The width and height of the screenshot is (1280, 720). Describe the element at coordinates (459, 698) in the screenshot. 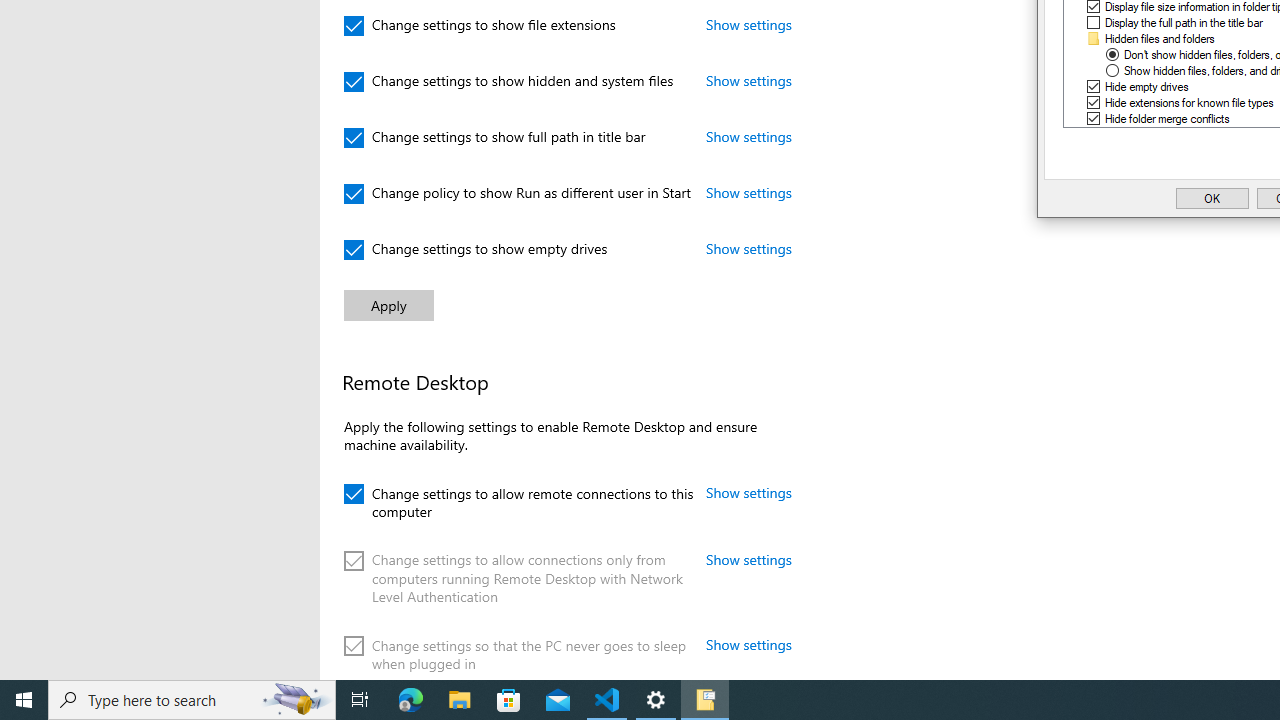

I see `'File Explorer'` at that location.